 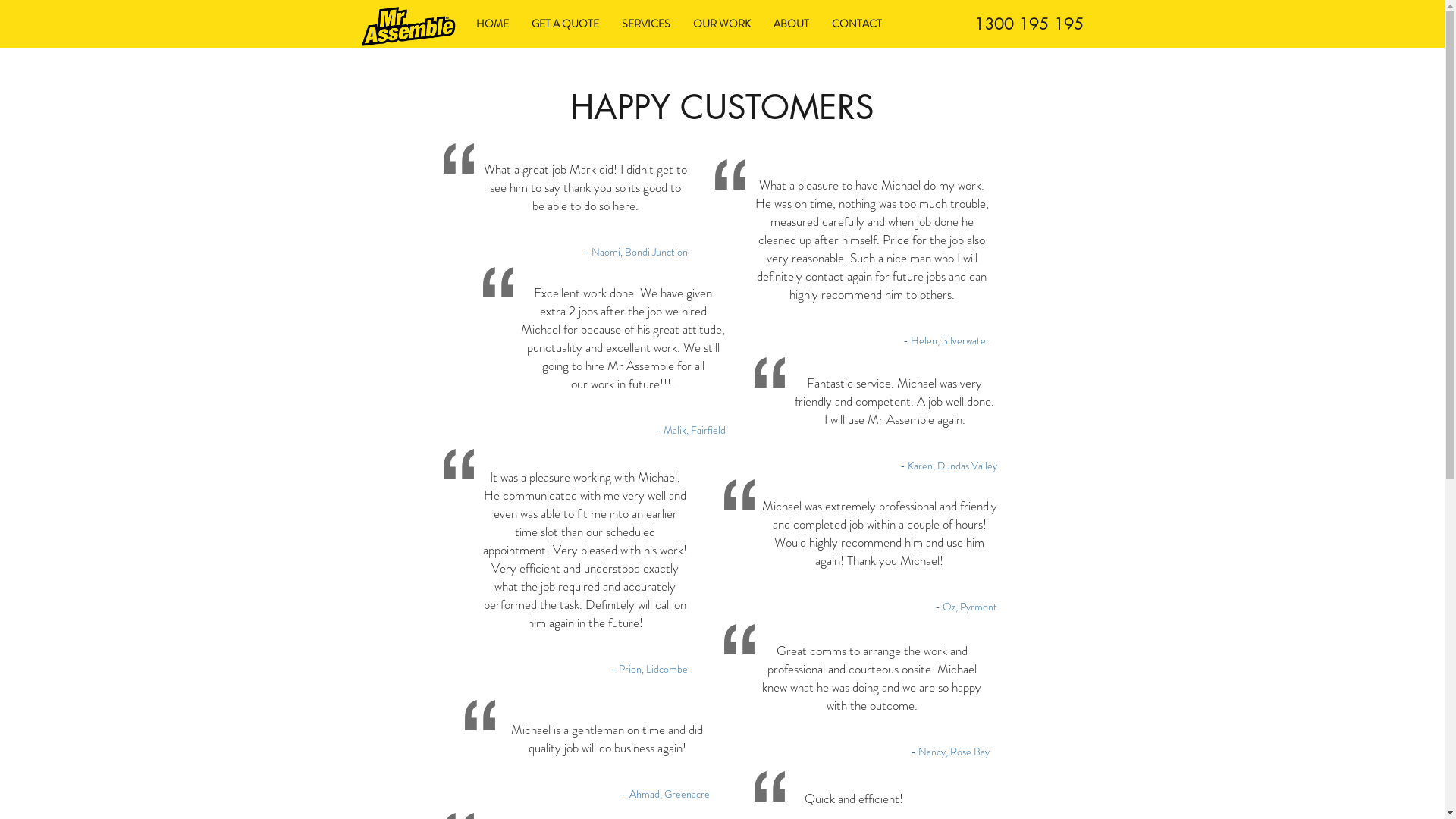 What do you see at coordinates (761, 24) in the screenshot?
I see `'ABOUT'` at bounding box center [761, 24].